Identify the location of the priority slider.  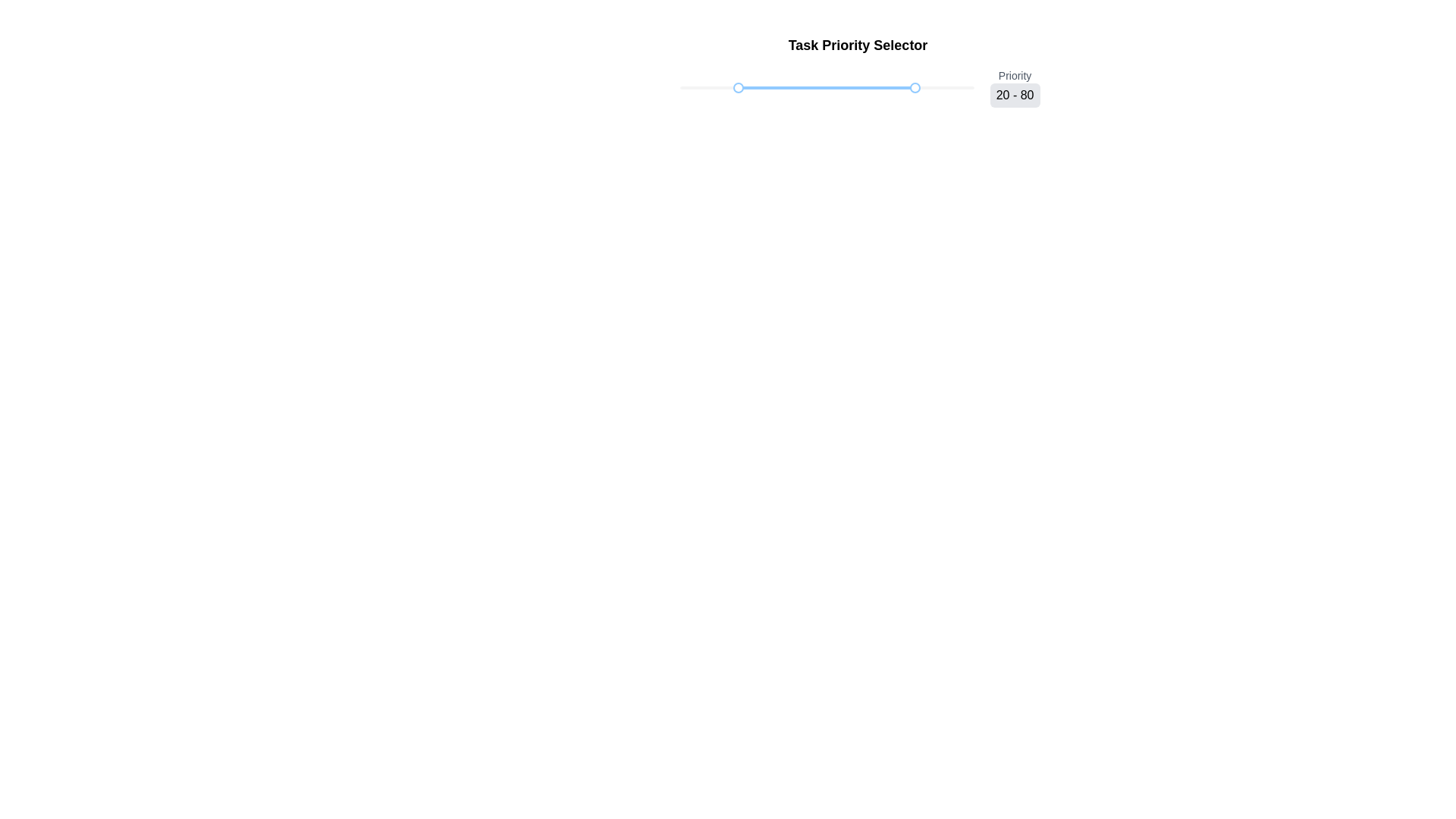
(915, 87).